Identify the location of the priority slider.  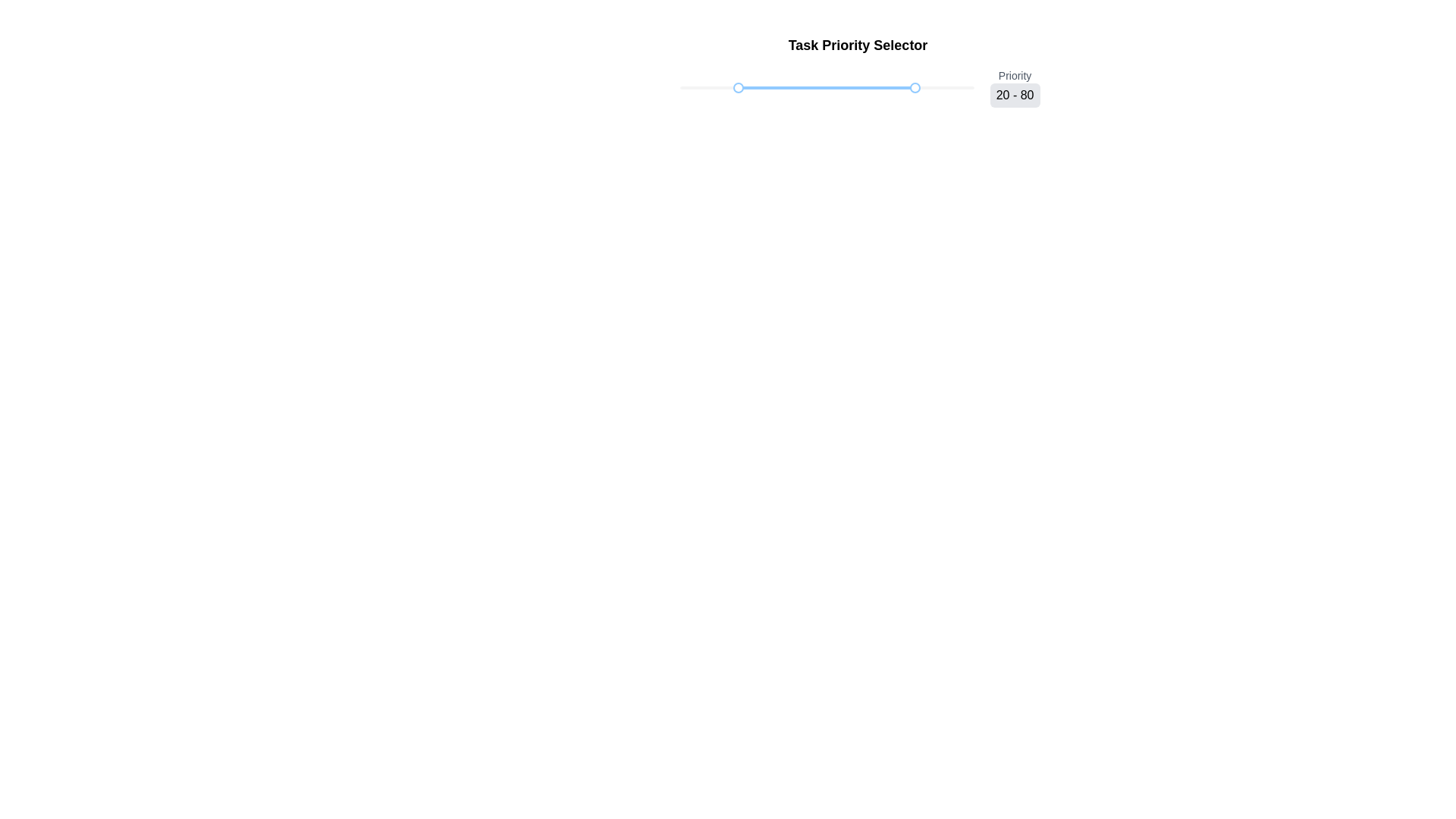
(915, 87).